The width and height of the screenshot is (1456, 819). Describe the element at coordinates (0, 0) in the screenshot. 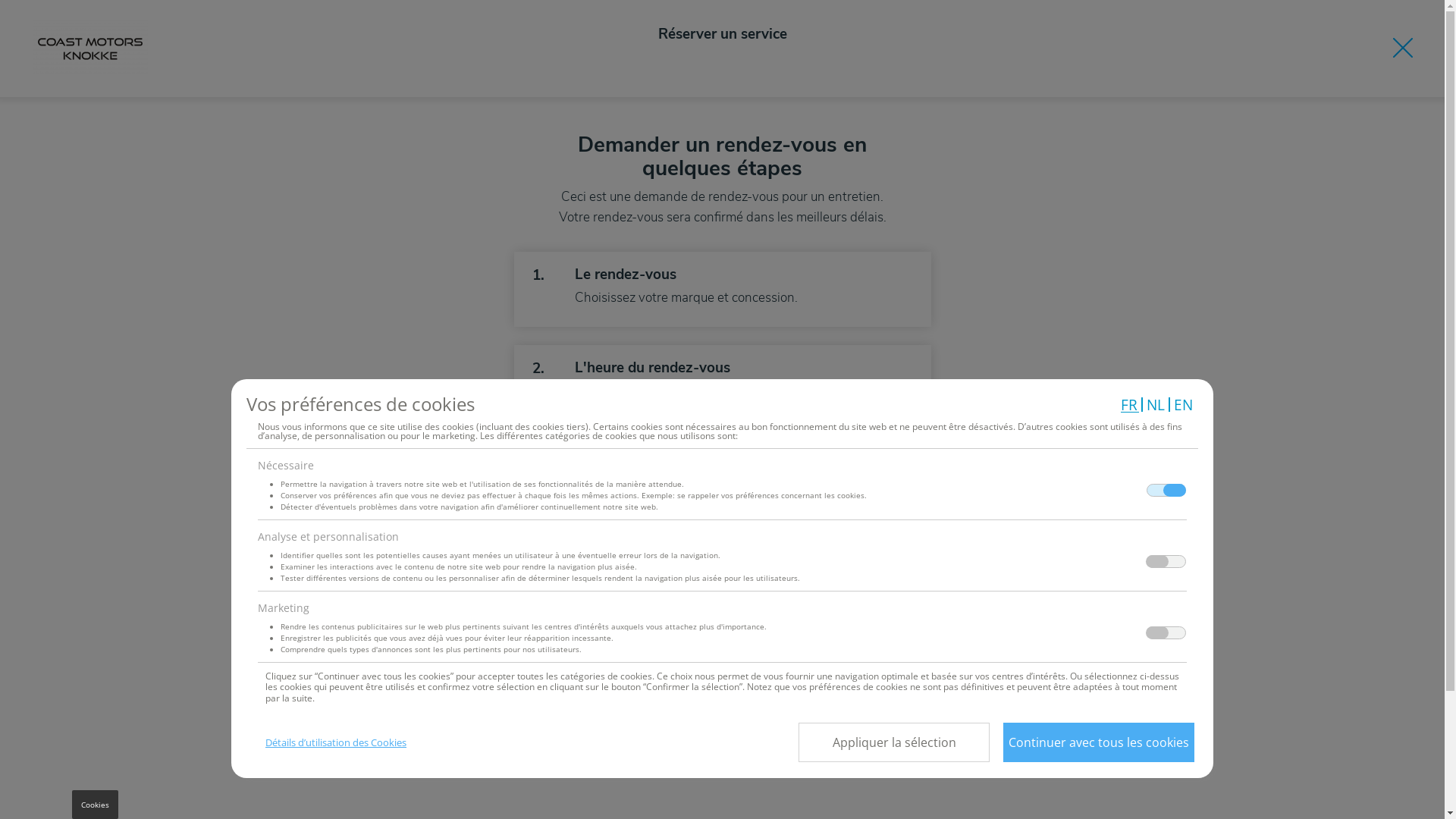

I see `'Aller au contenu principal'` at that location.